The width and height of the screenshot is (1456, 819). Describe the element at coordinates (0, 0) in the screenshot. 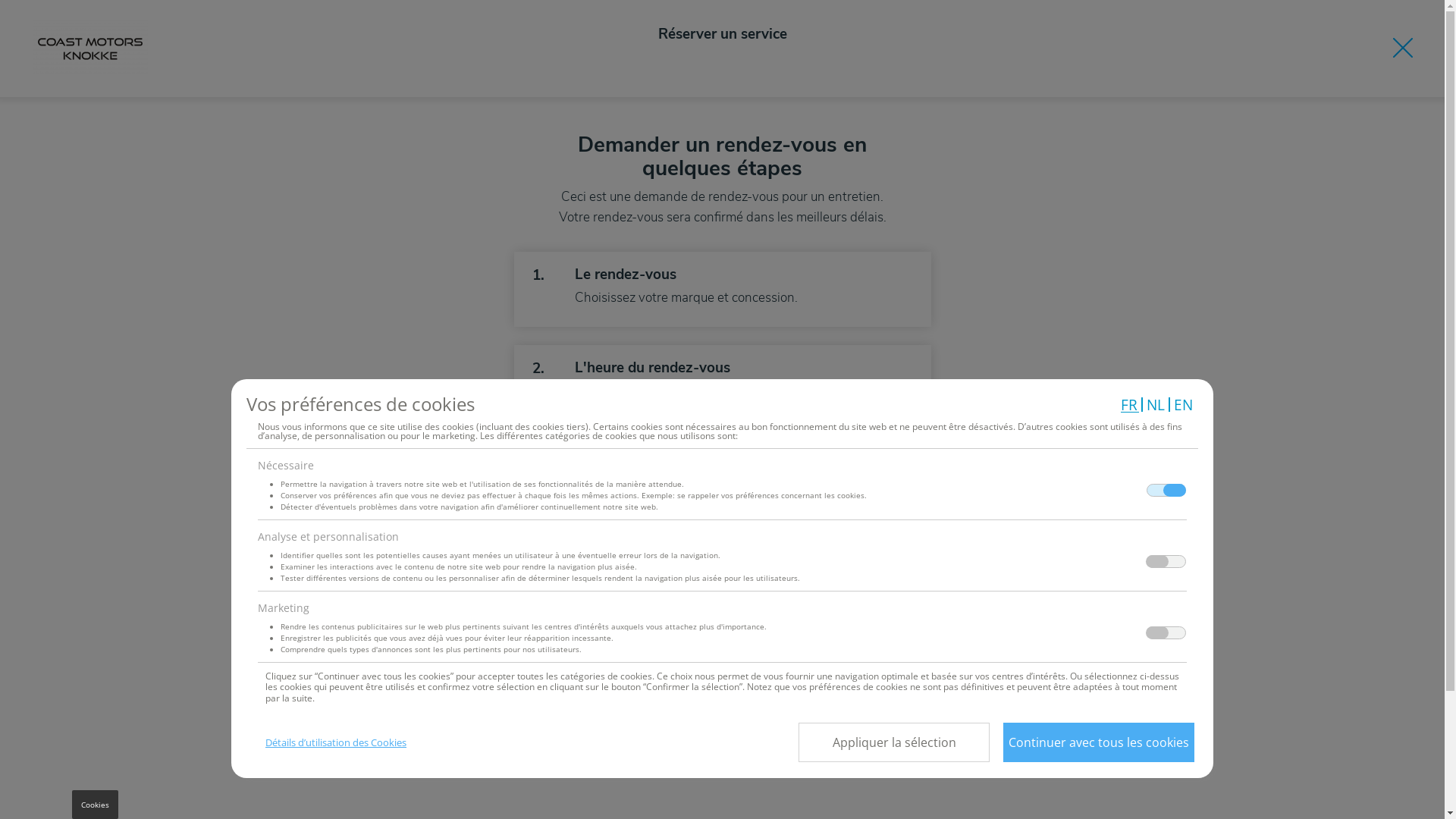

I see `'Aller au contenu principal'` at that location.